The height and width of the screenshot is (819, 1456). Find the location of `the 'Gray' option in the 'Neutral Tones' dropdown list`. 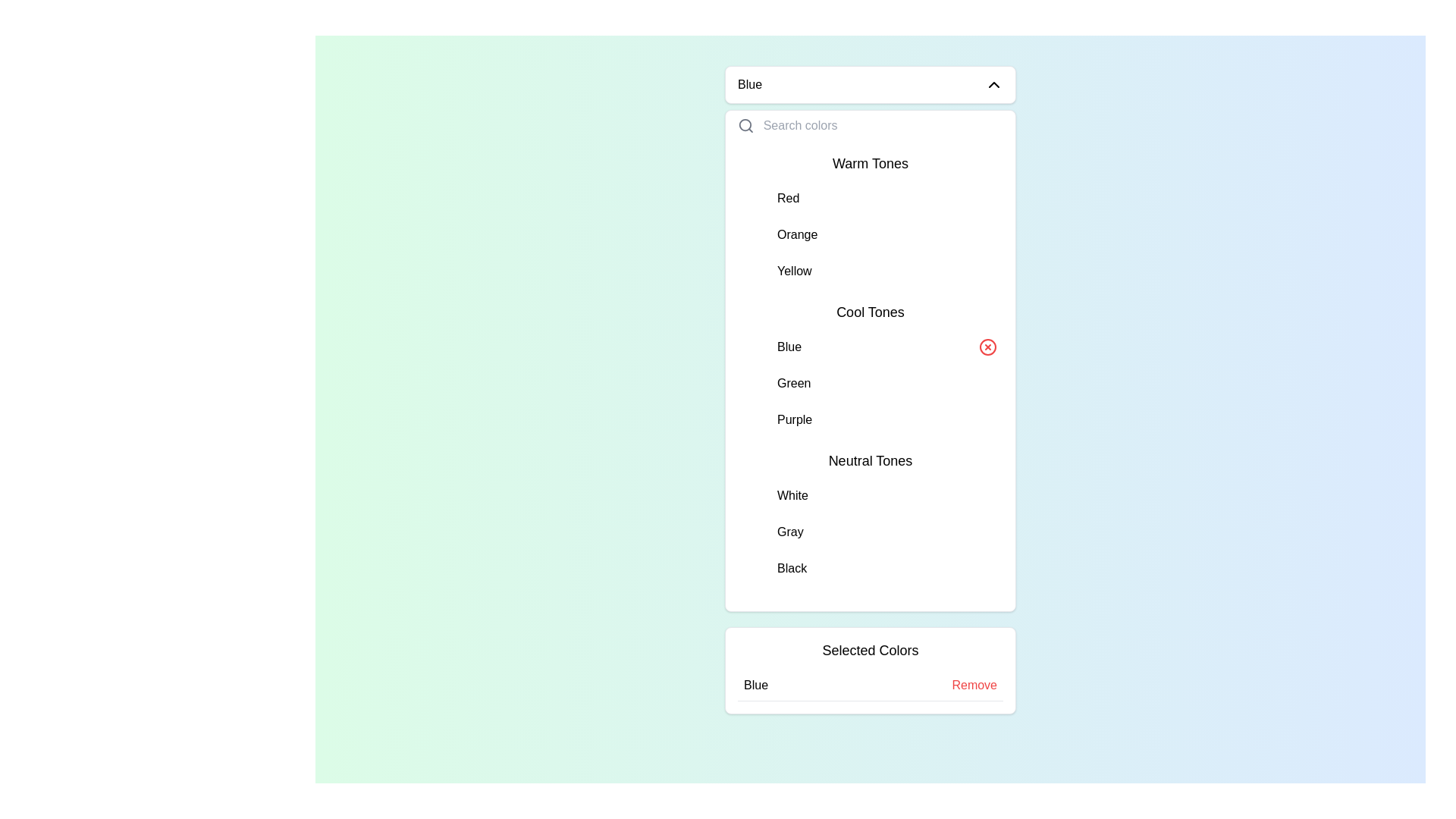

the 'Gray' option in the 'Neutral Tones' dropdown list is located at coordinates (870, 532).